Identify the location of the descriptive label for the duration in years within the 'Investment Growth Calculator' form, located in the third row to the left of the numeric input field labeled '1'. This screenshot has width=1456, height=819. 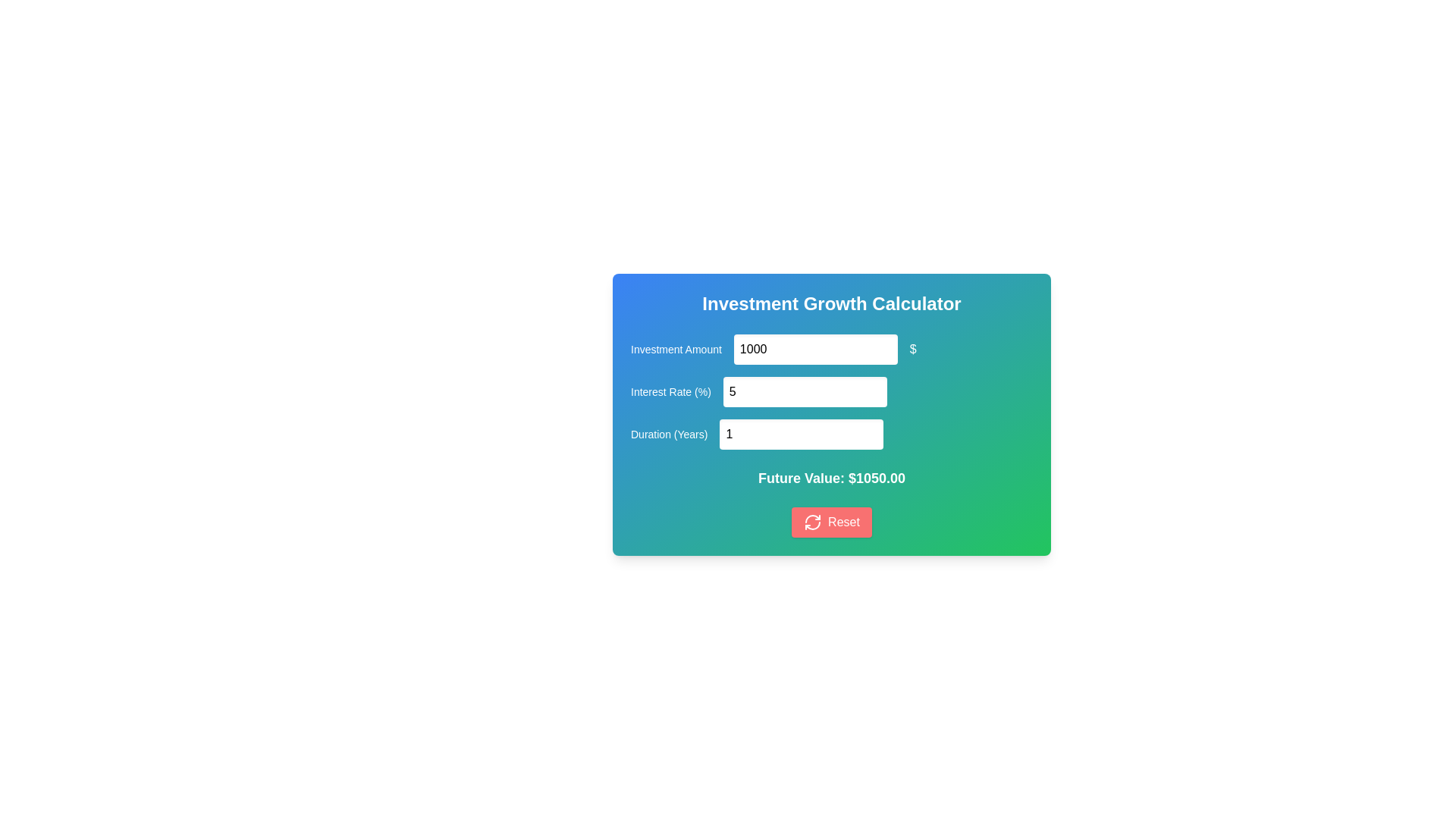
(668, 435).